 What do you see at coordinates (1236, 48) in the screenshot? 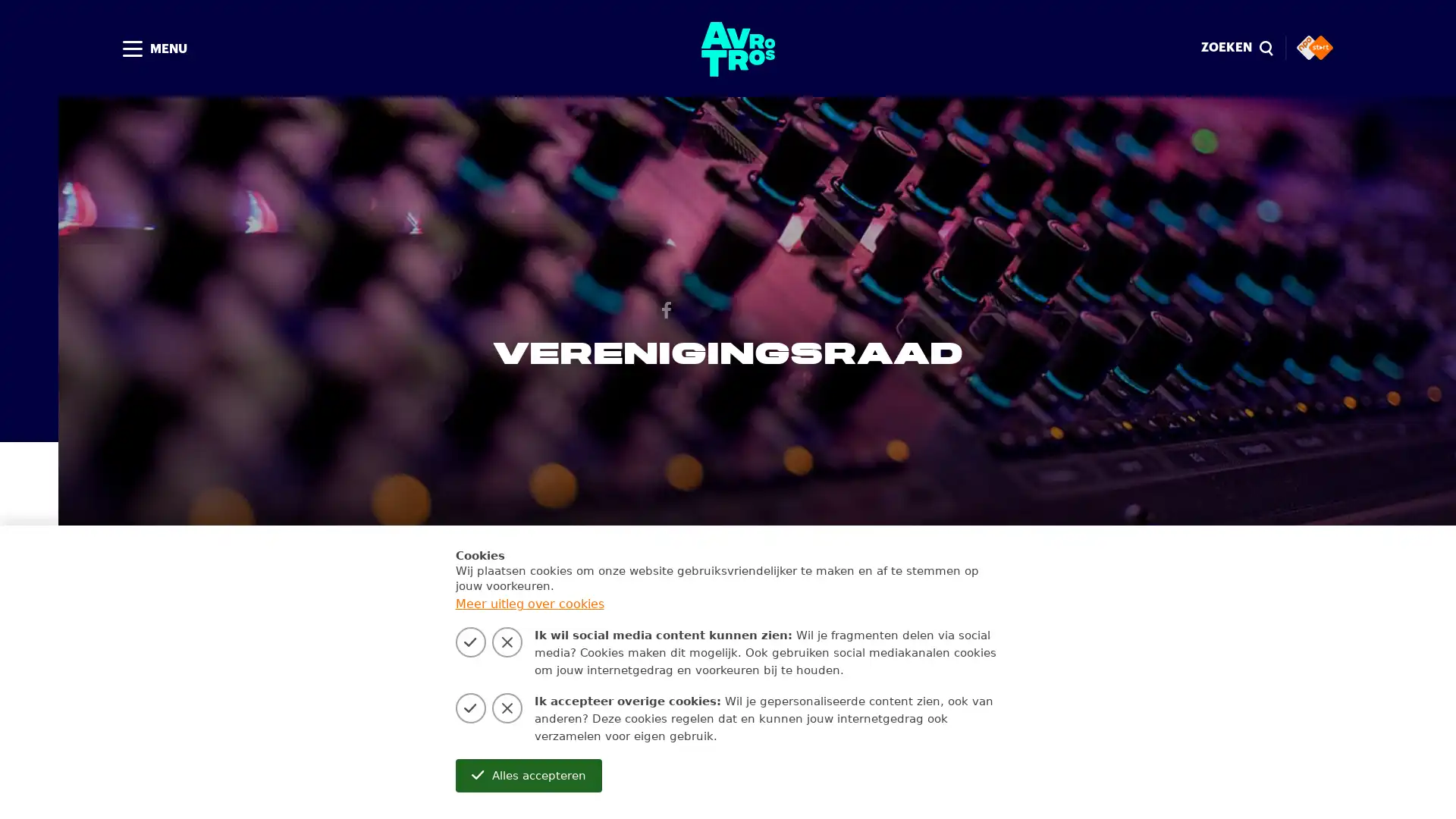
I see `ZOEKEN magnify` at bounding box center [1236, 48].